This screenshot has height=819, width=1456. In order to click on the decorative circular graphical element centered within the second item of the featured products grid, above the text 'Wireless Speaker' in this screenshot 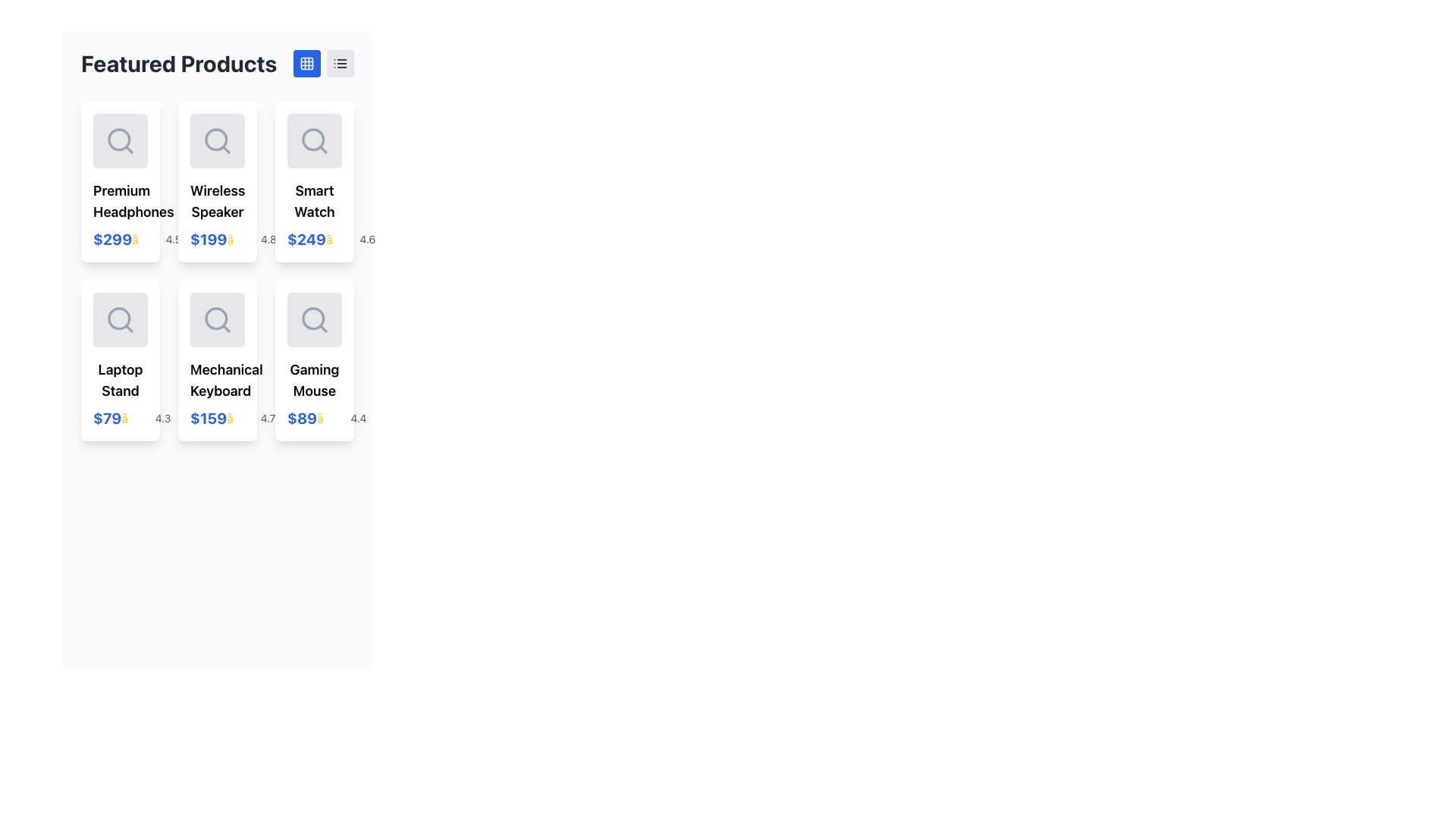, I will do `click(215, 140)`.